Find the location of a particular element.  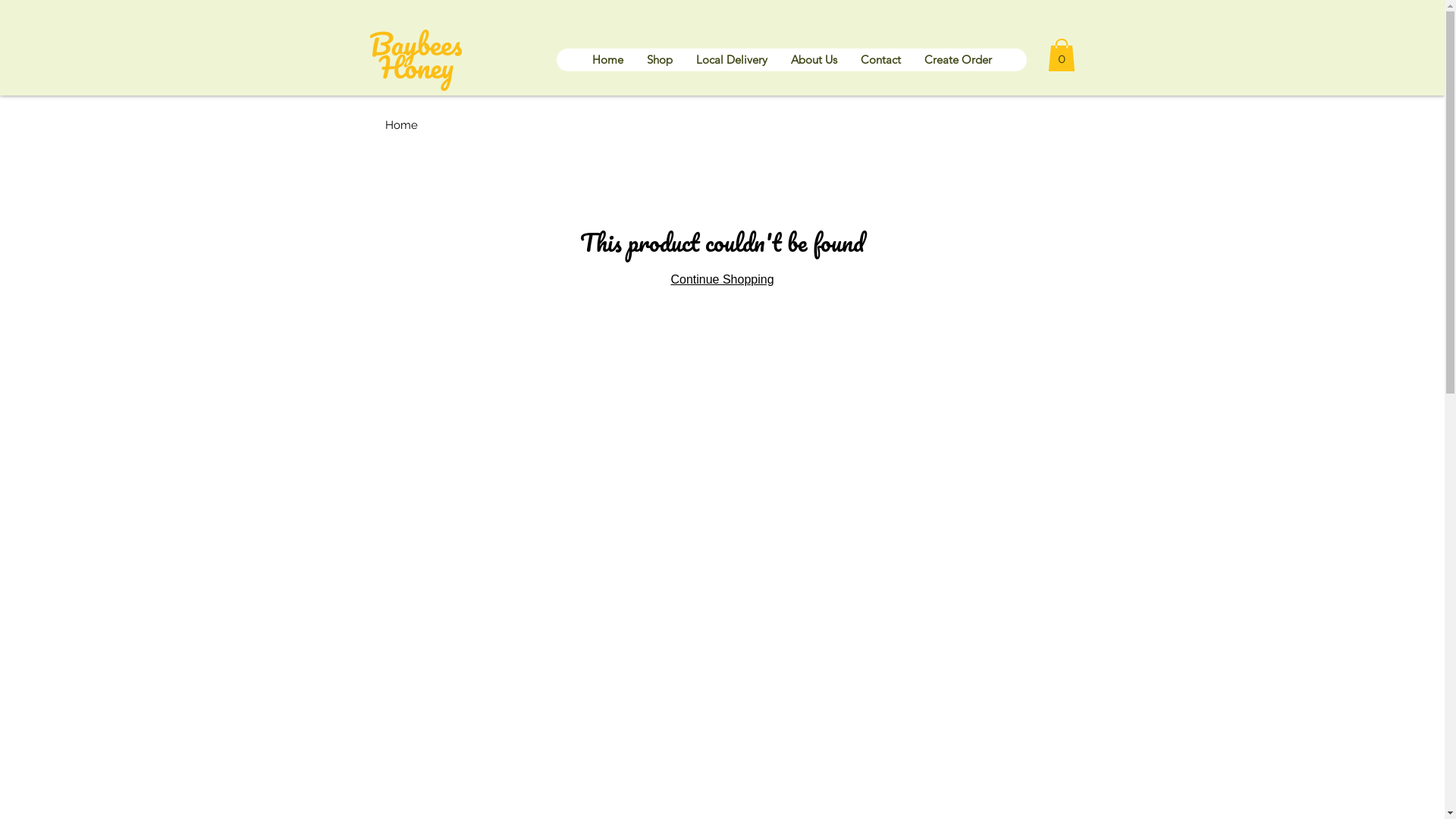

'0' is located at coordinates (1047, 54).